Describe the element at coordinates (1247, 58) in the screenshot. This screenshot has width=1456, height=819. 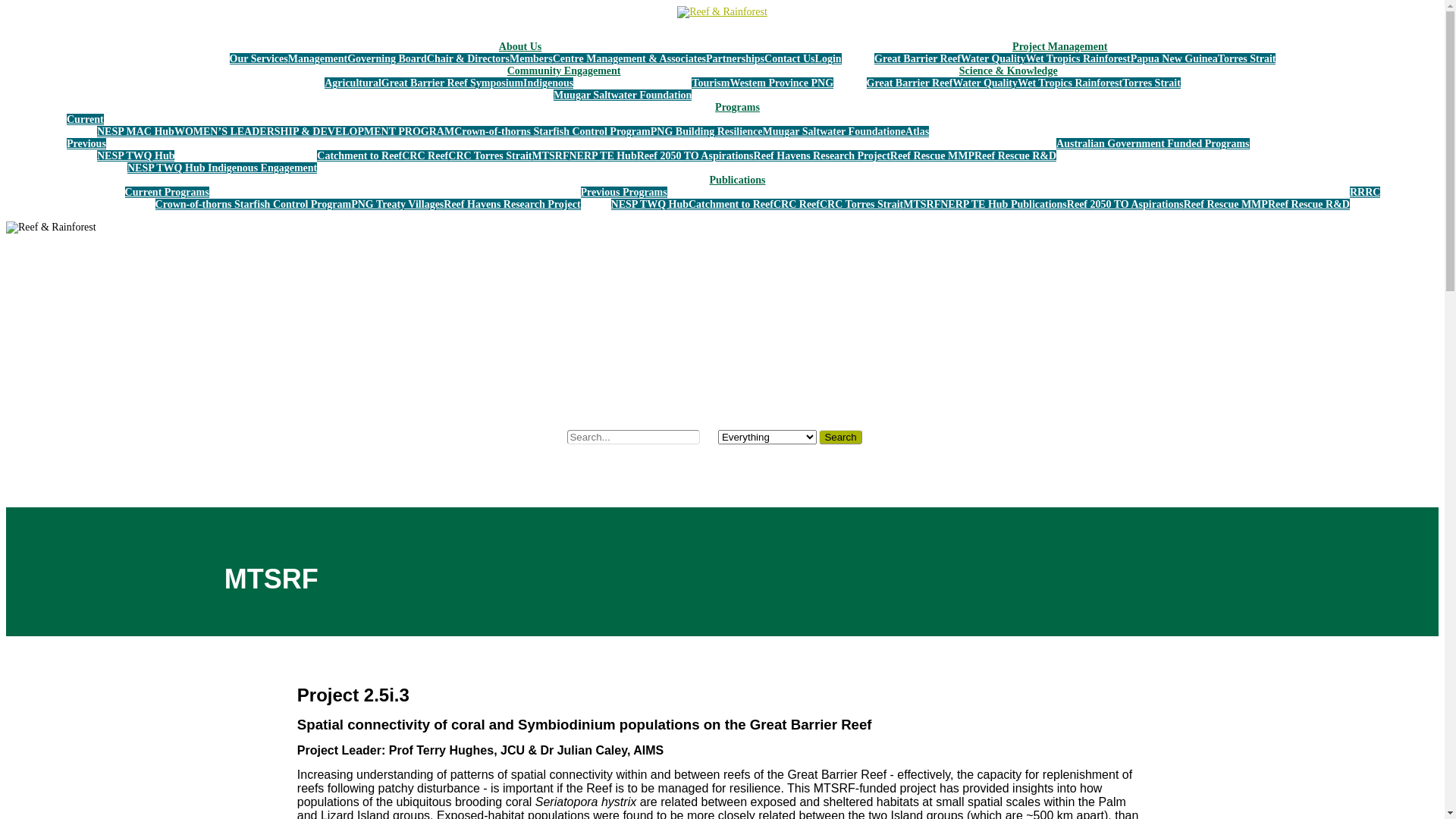
I see `'Torres Strait'` at that location.